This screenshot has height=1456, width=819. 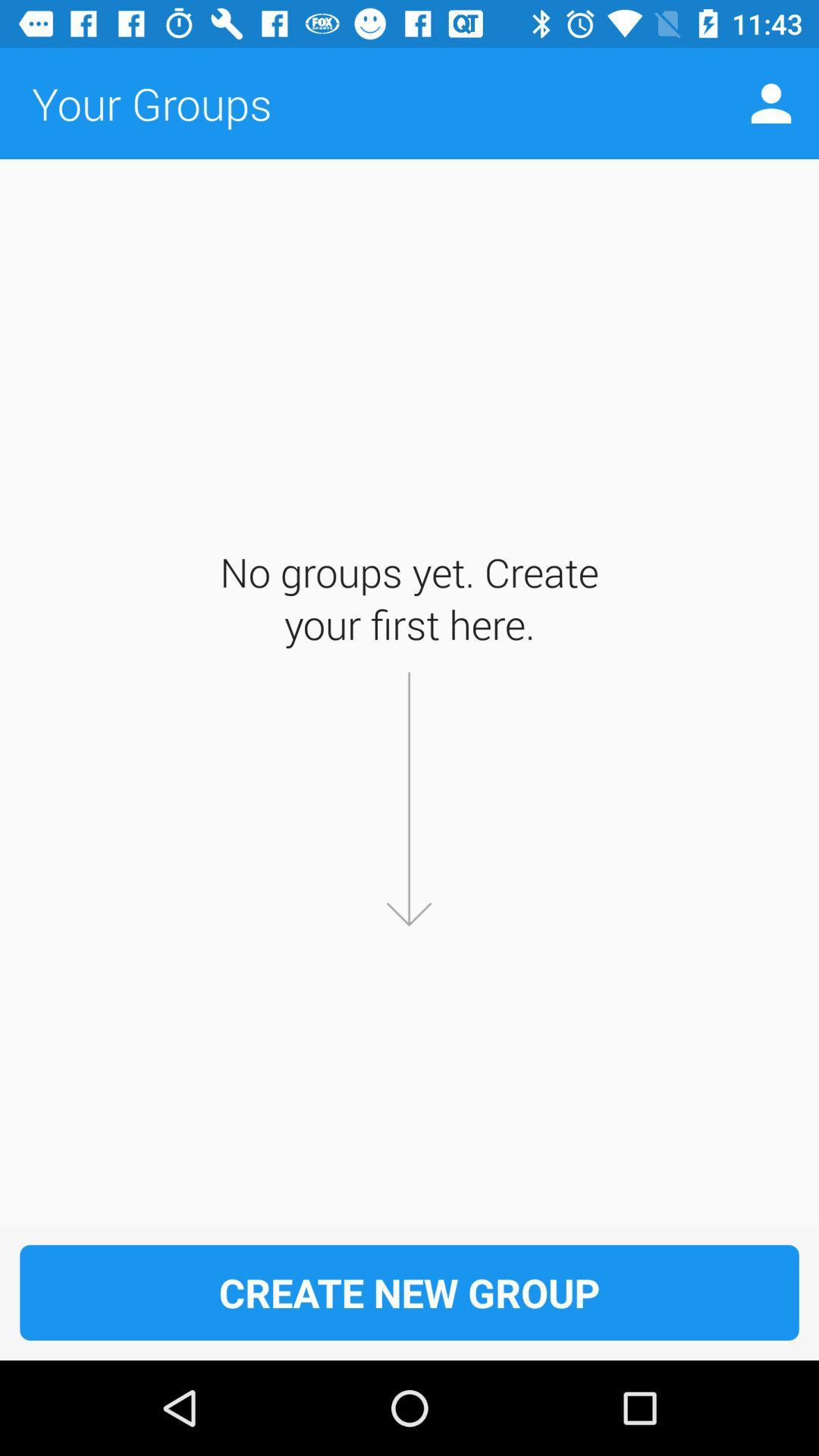 I want to click on the item at the top right corner, so click(x=771, y=102).